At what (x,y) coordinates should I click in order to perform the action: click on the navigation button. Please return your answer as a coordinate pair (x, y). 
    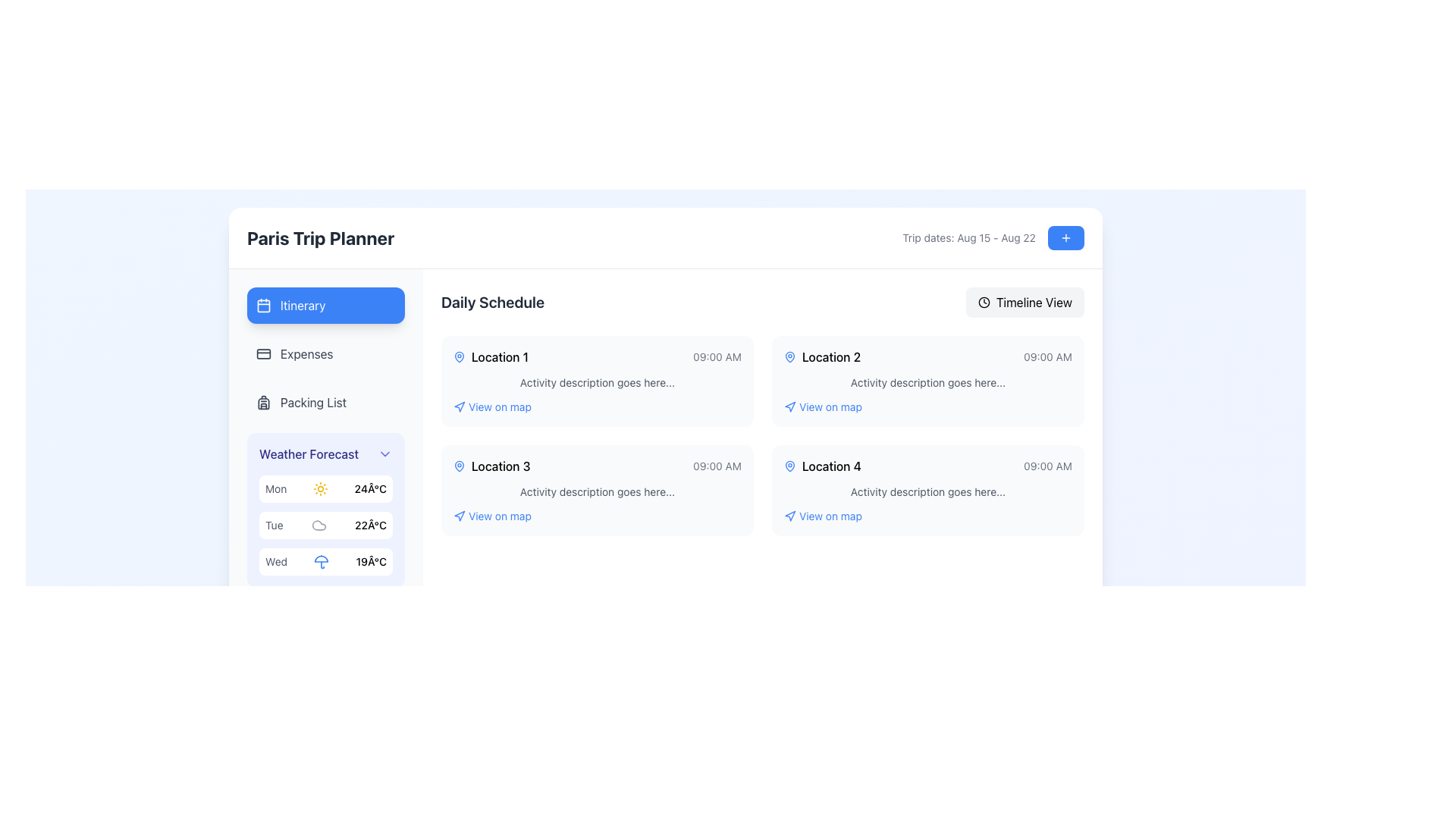
    Looking at the image, I should click on (325, 305).